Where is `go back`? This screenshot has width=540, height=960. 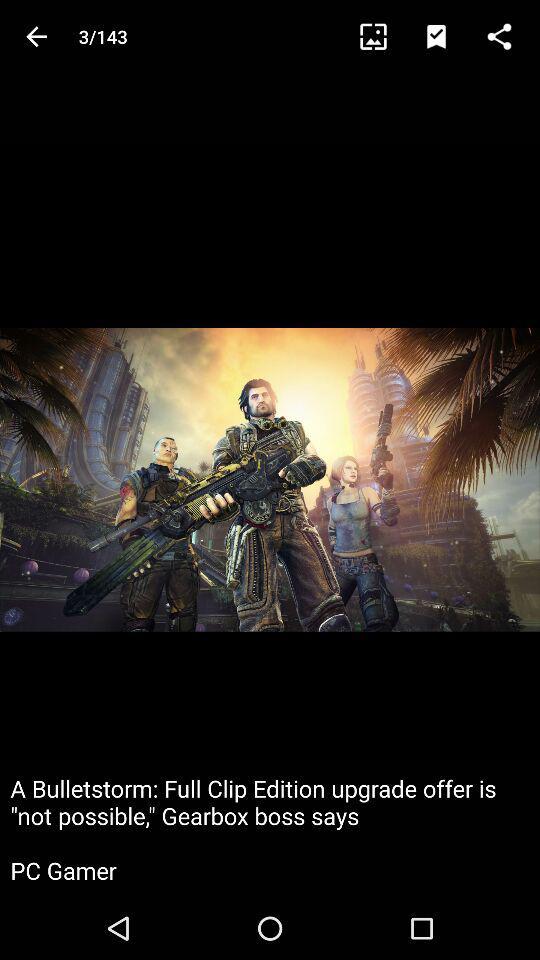
go back is located at coordinates (36, 35).